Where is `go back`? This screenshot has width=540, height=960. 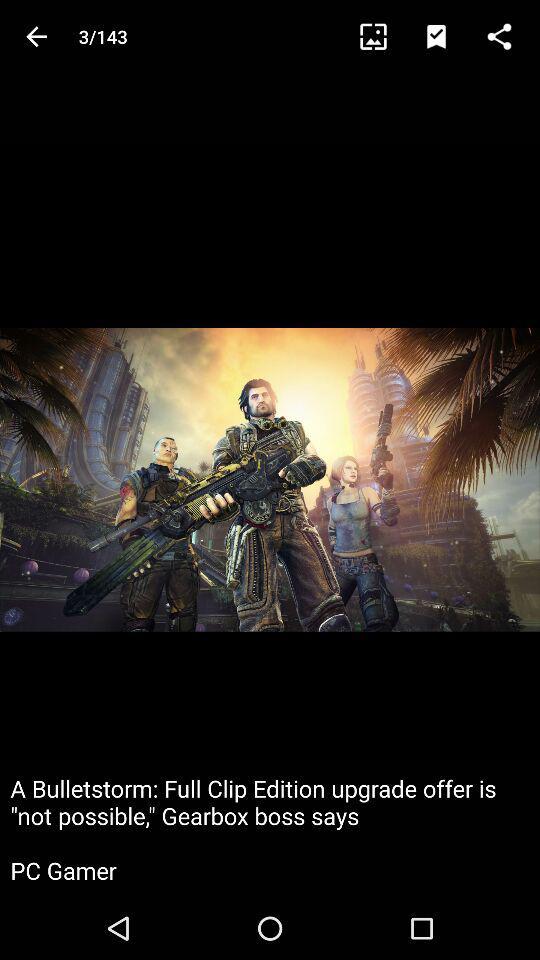
go back is located at coordinates (36, 35).